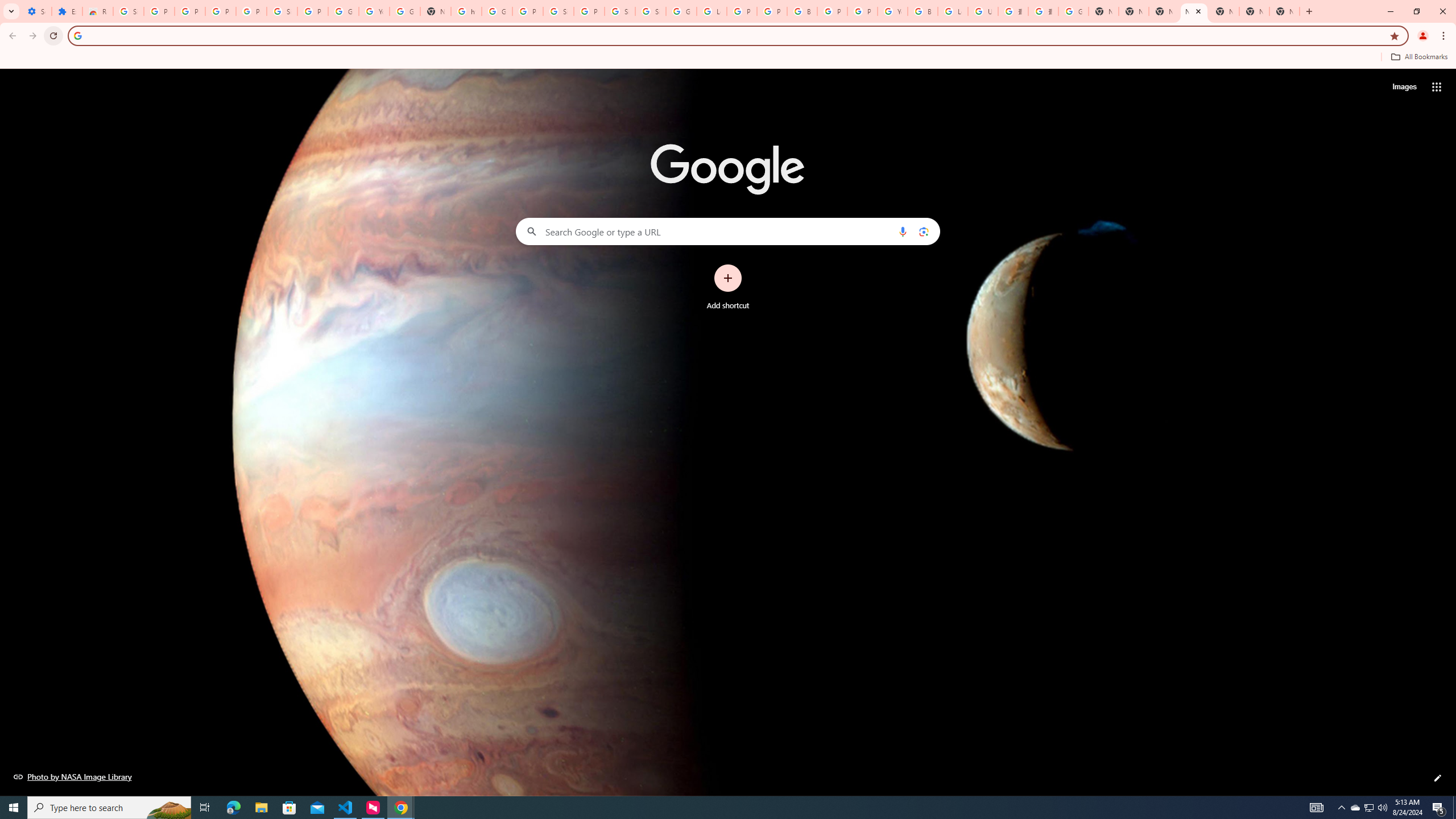 The height and width of the screenshot is (819, 1456). I want to click on 'Extensions', so click(67, 11).